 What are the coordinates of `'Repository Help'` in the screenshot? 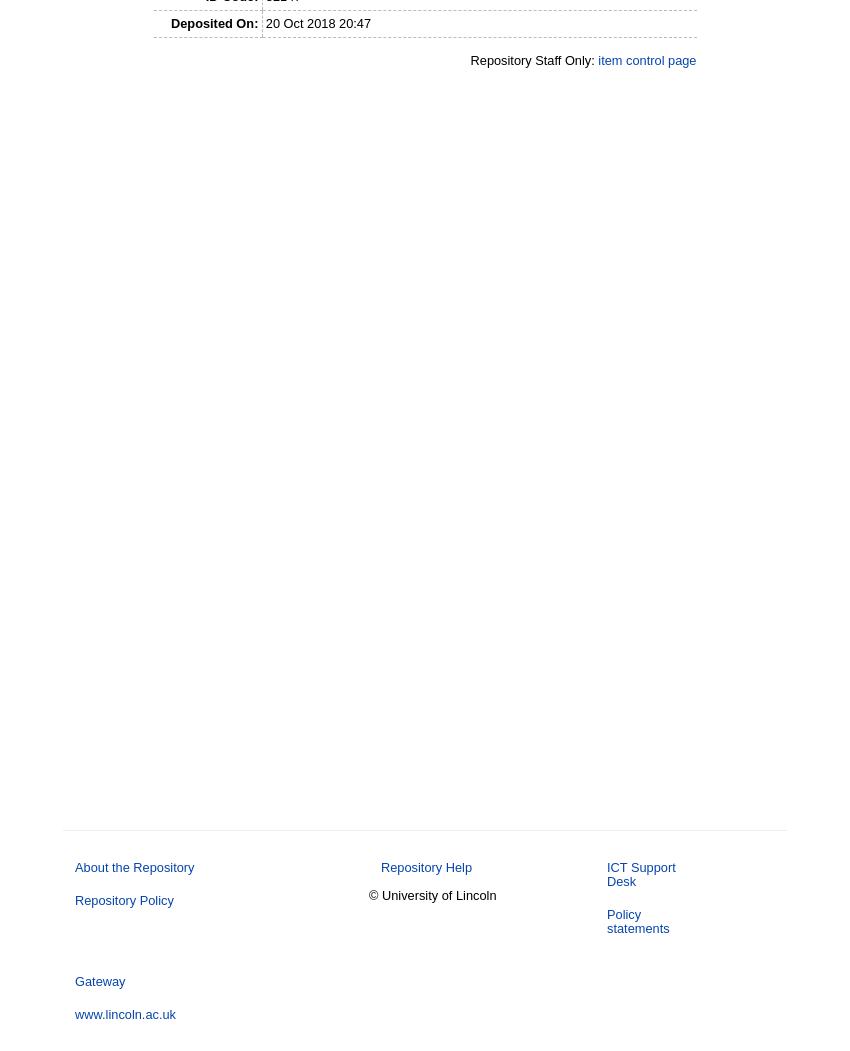 It's located at (379, 866).